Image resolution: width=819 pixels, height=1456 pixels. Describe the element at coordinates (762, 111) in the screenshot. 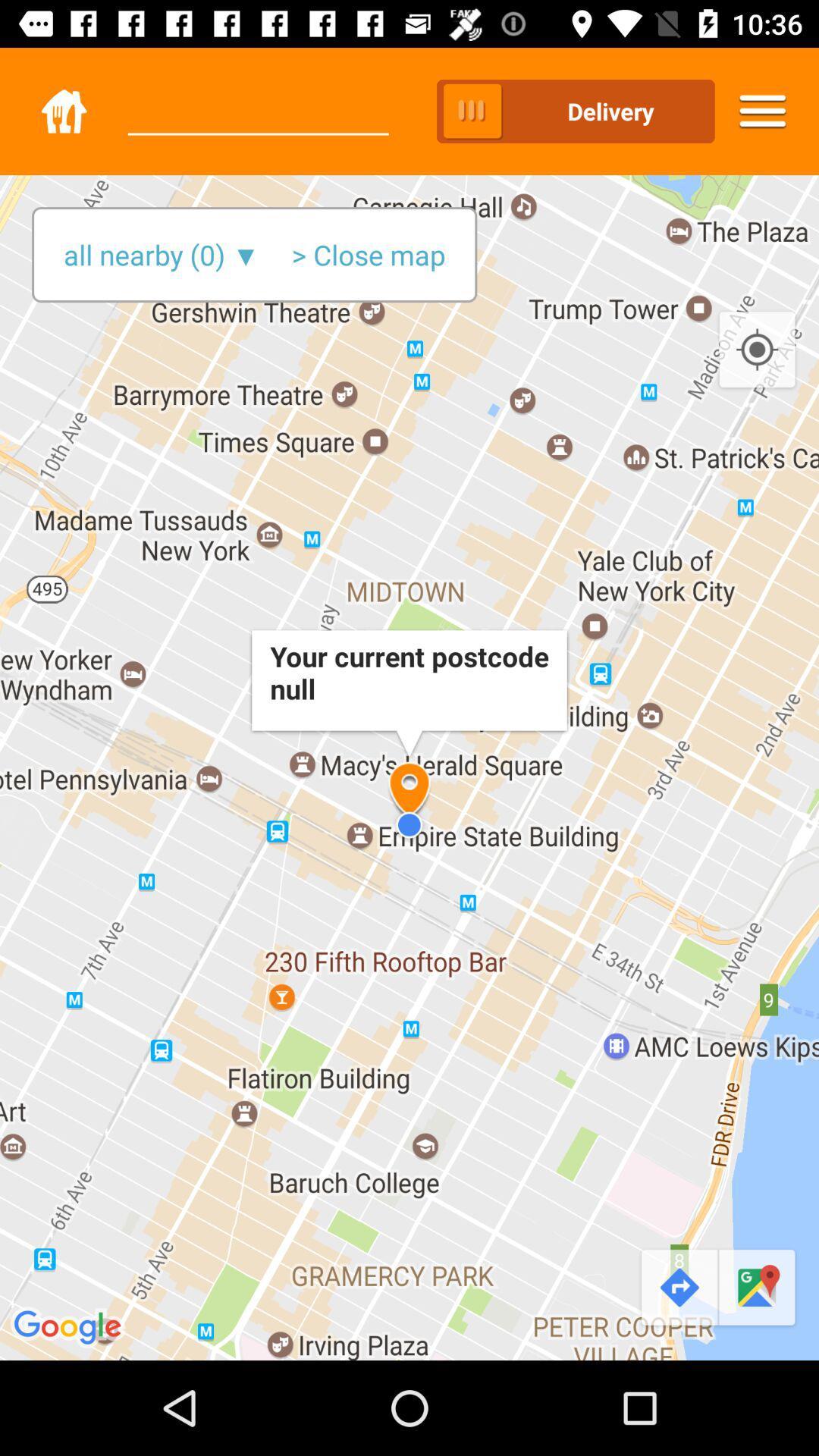

I see `the menu icon` at that location.